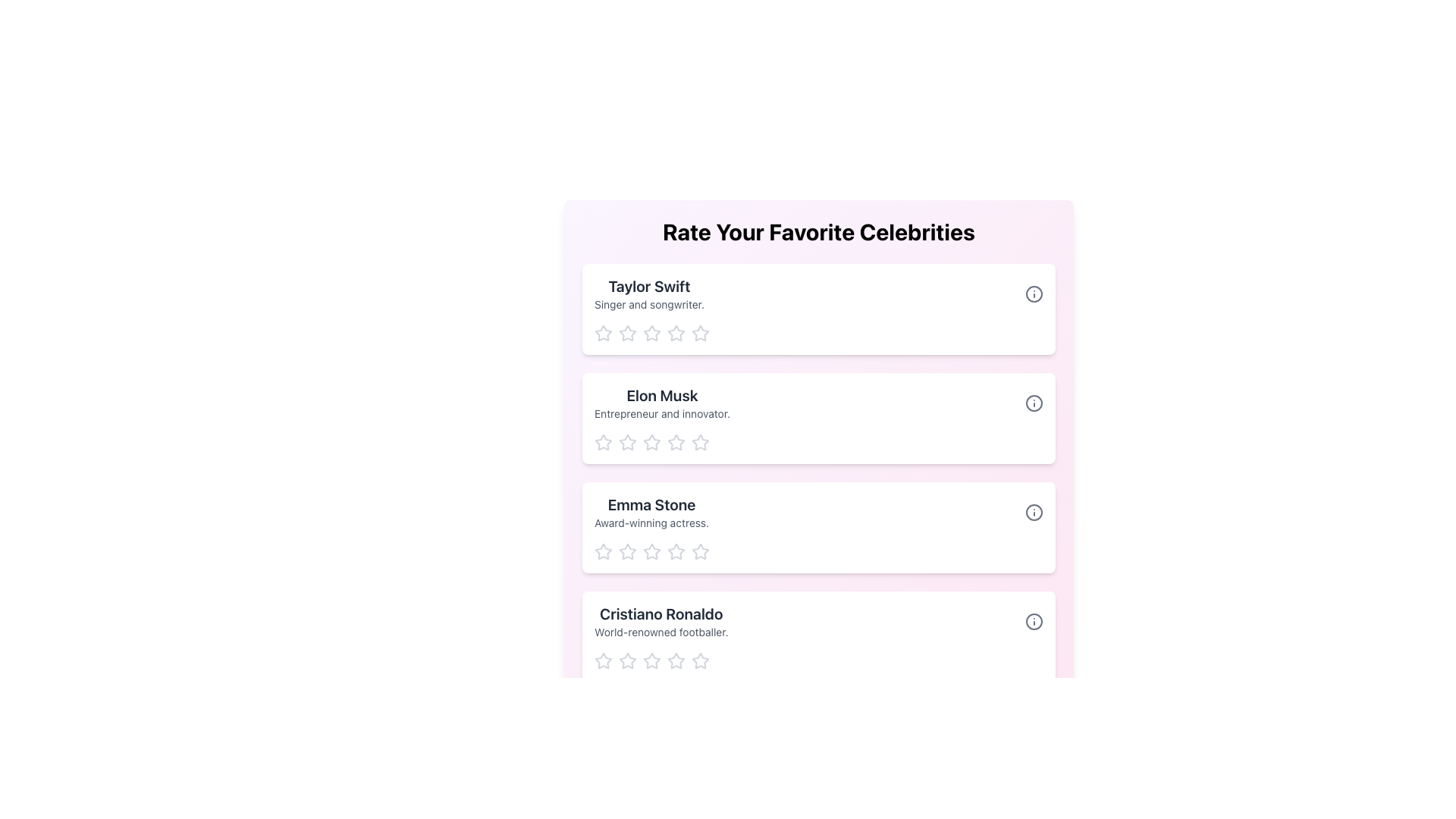 Image resolution: width=1456 pixels, height=819 pixels. Describe the element at coordinates (651, 442) in the screenshot. I see `the second star icon in the rating component associated with 'Elon Musk'` at that location.